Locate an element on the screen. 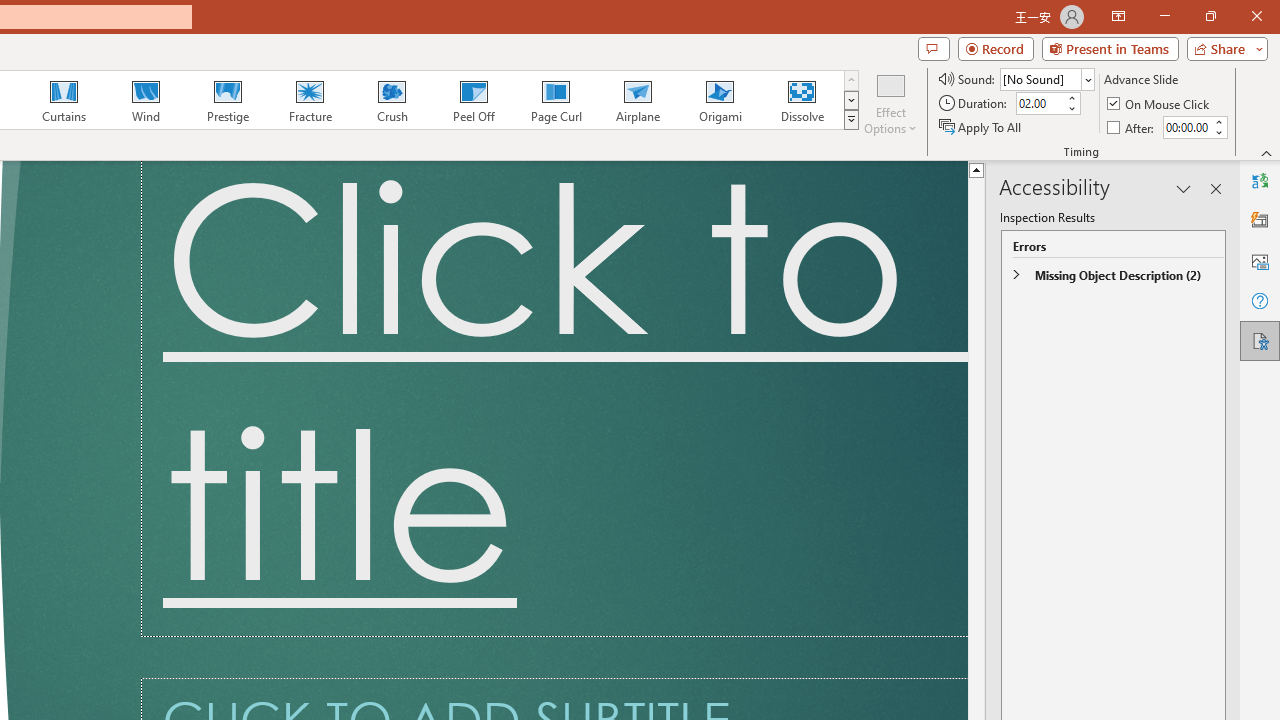 This screenshot has height=720, width=1280. 'Peel Off' is located at coordinates (472, 100).